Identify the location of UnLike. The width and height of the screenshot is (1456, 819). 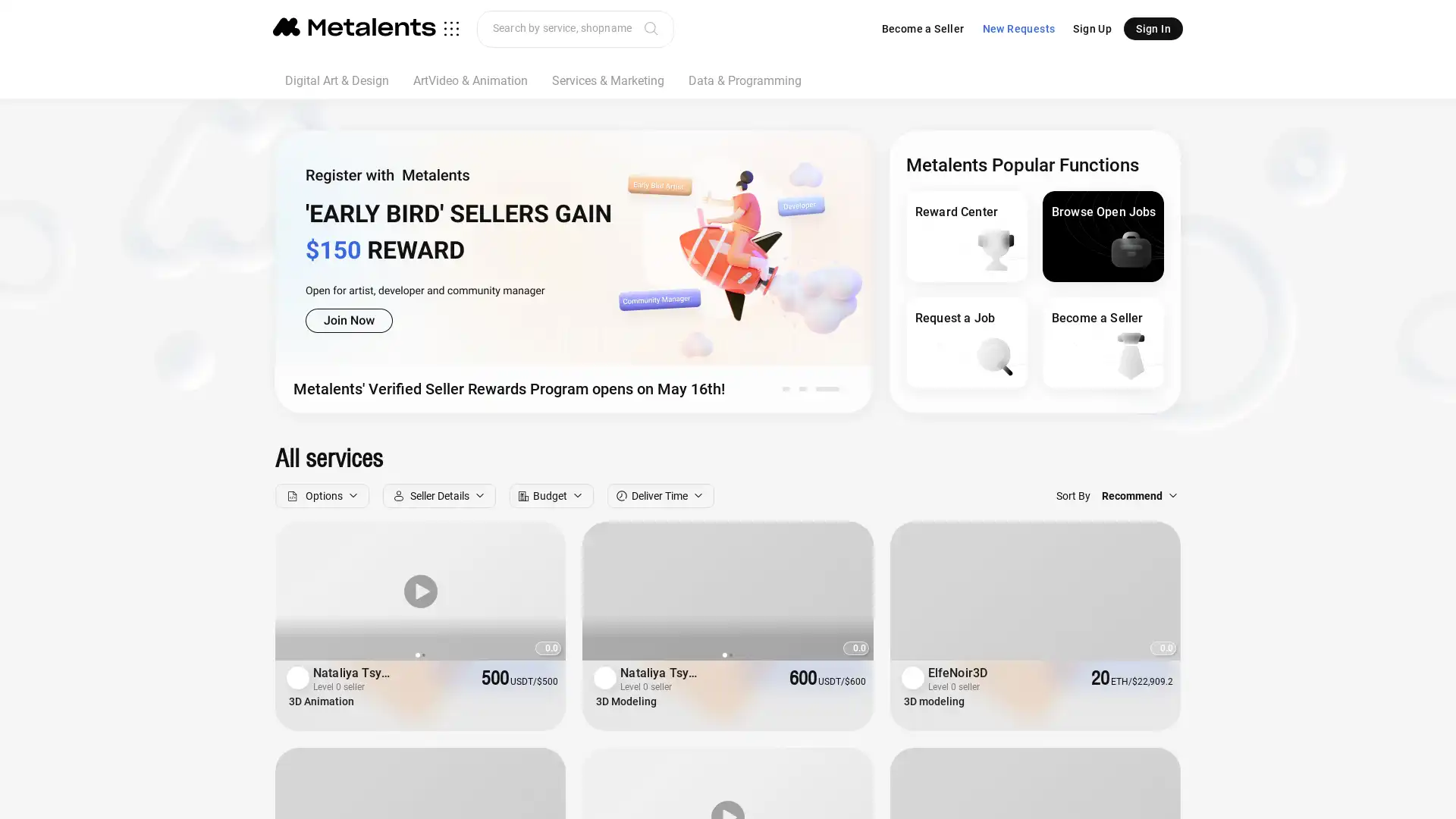
(1160, 704).